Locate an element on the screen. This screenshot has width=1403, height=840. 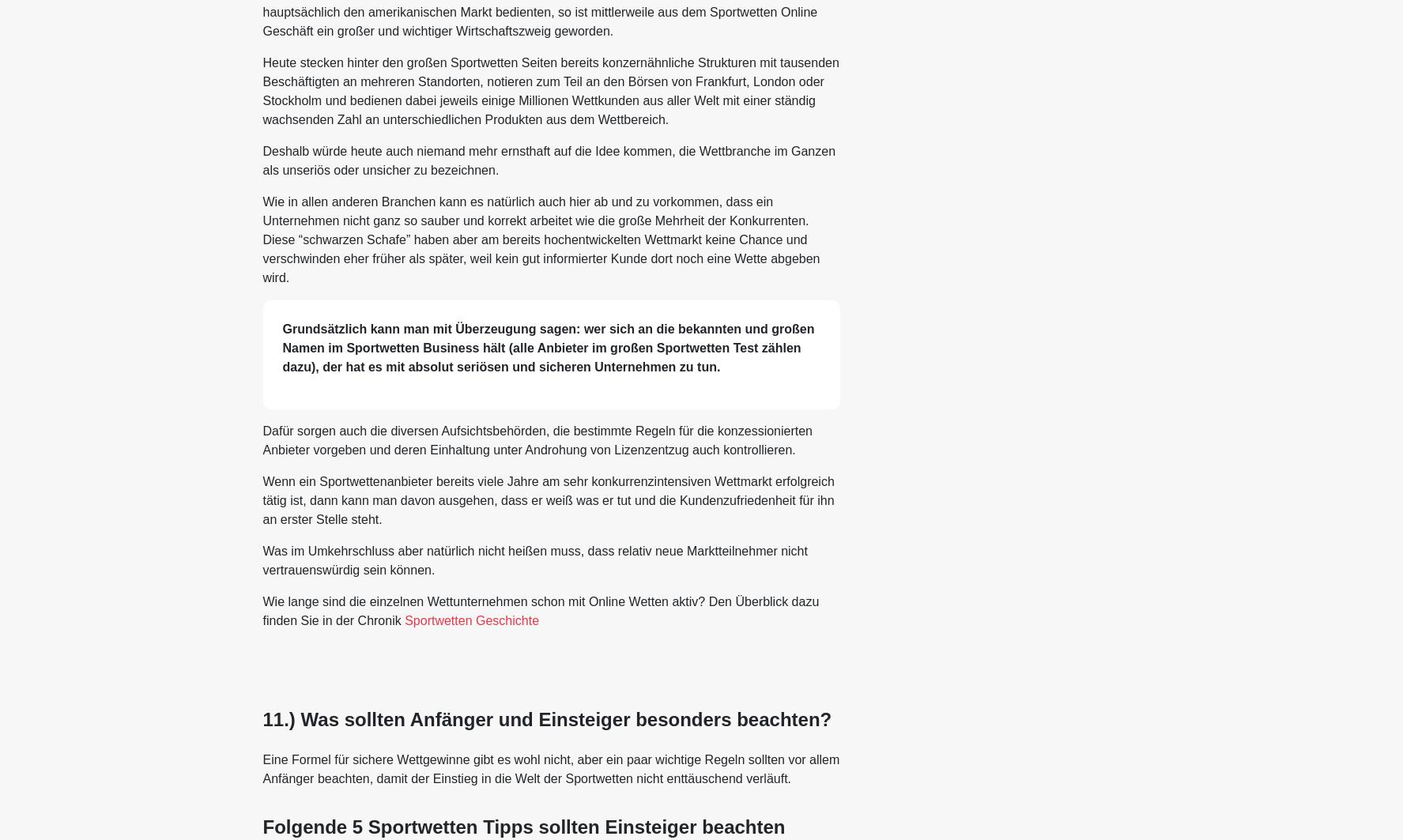
'11.) Was sollten Anfänger und Einsteiger besonders beachten?' is located at coordinates (546, 718).